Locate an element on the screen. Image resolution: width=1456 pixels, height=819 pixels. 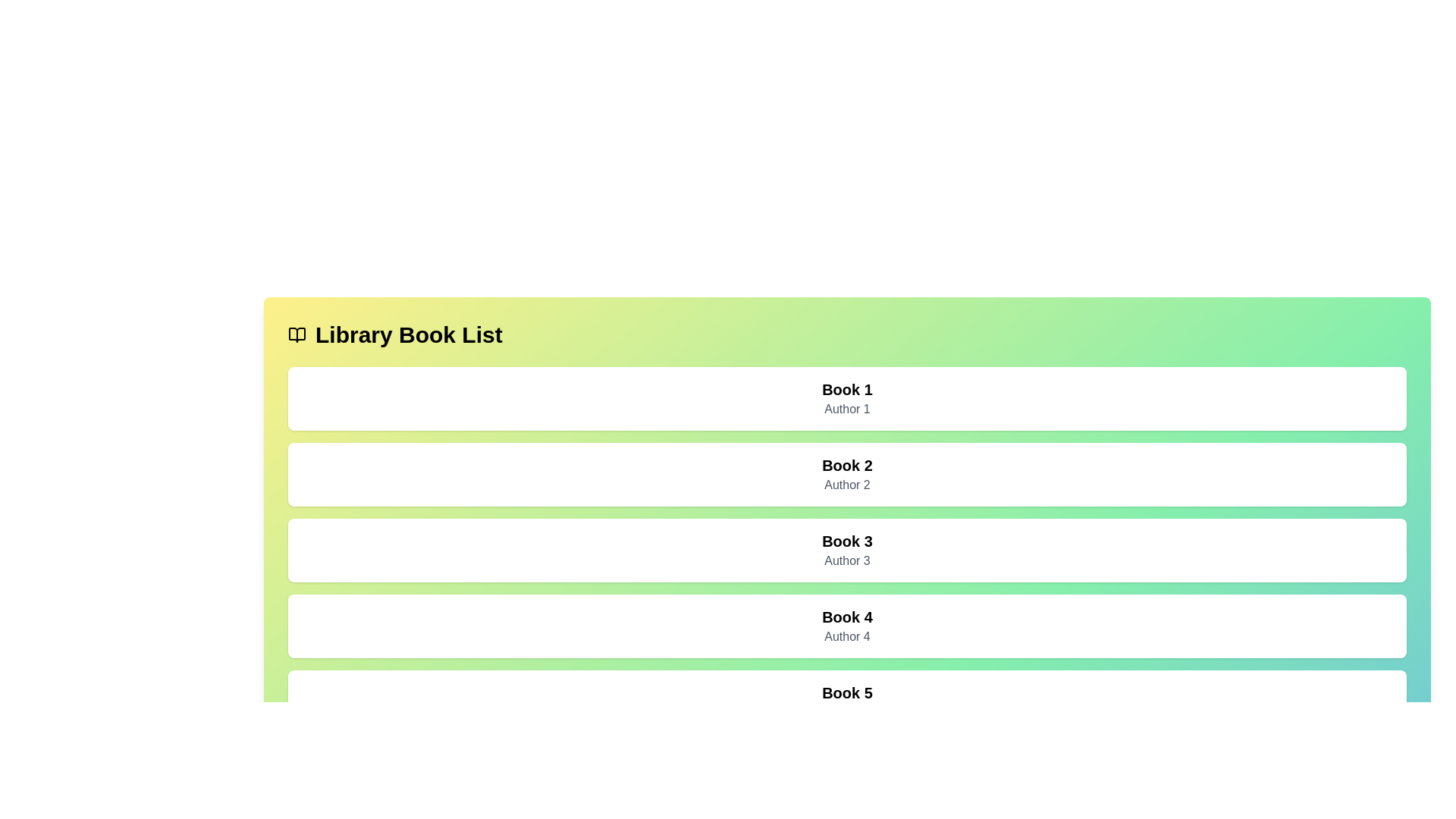
the text label displaying 'Book 3', which identifies a specific item in the list and is located in the third row above 'Author 3' is located at coordinates (846, 540).